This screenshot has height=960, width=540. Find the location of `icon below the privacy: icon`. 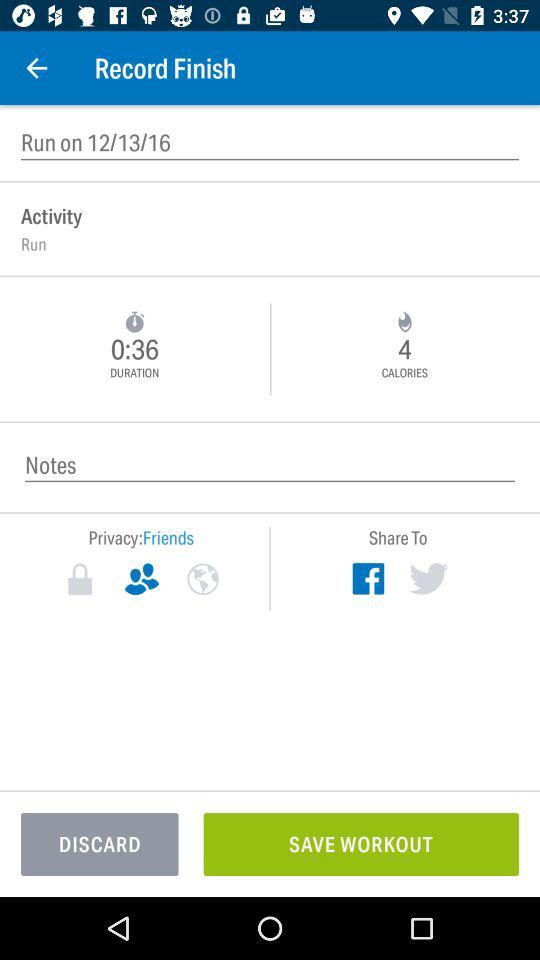

icon below the privacy: icon is located at coordinates (140, 579).